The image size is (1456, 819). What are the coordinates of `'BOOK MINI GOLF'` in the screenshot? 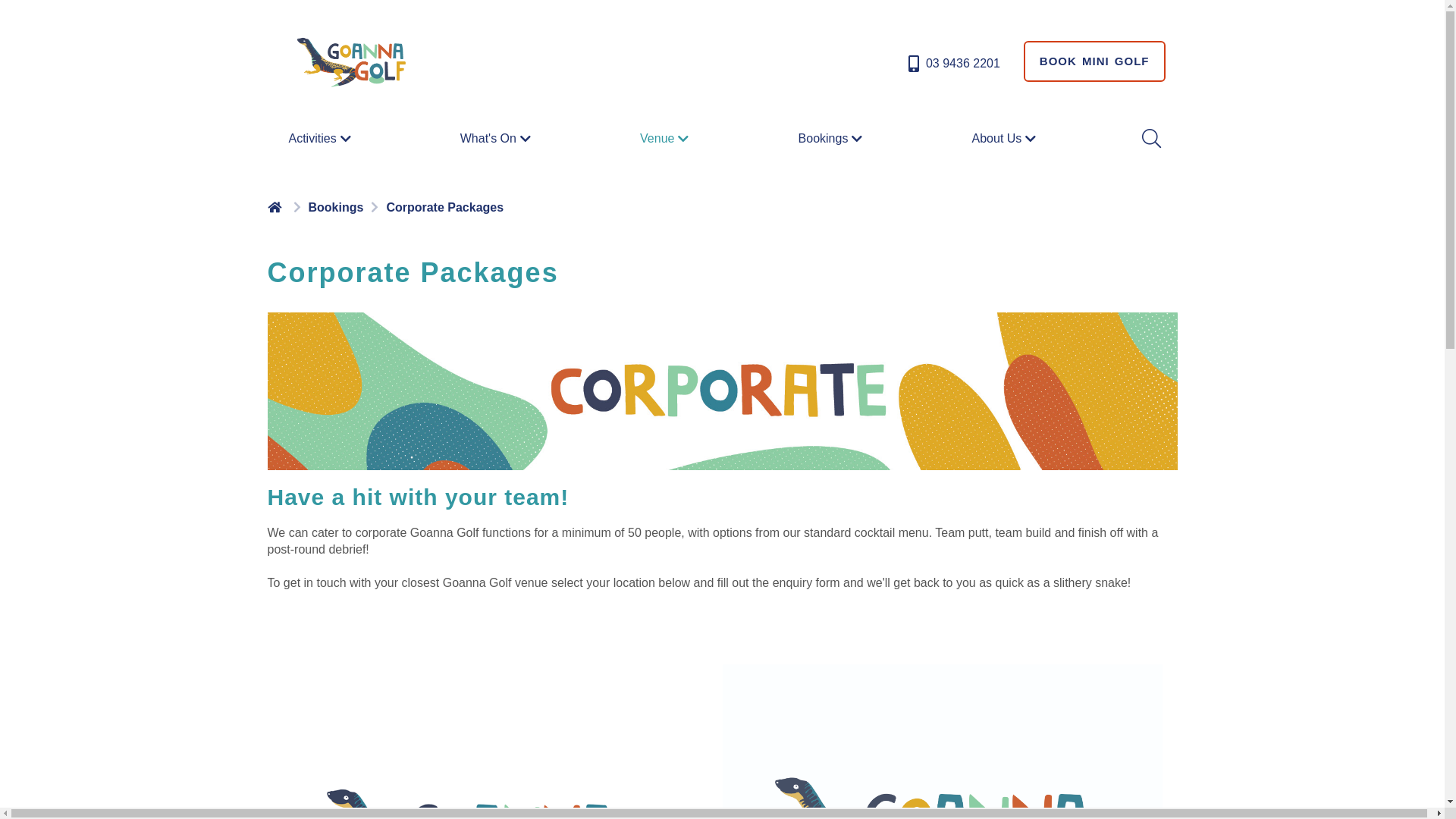 It's located at (1094, 61).